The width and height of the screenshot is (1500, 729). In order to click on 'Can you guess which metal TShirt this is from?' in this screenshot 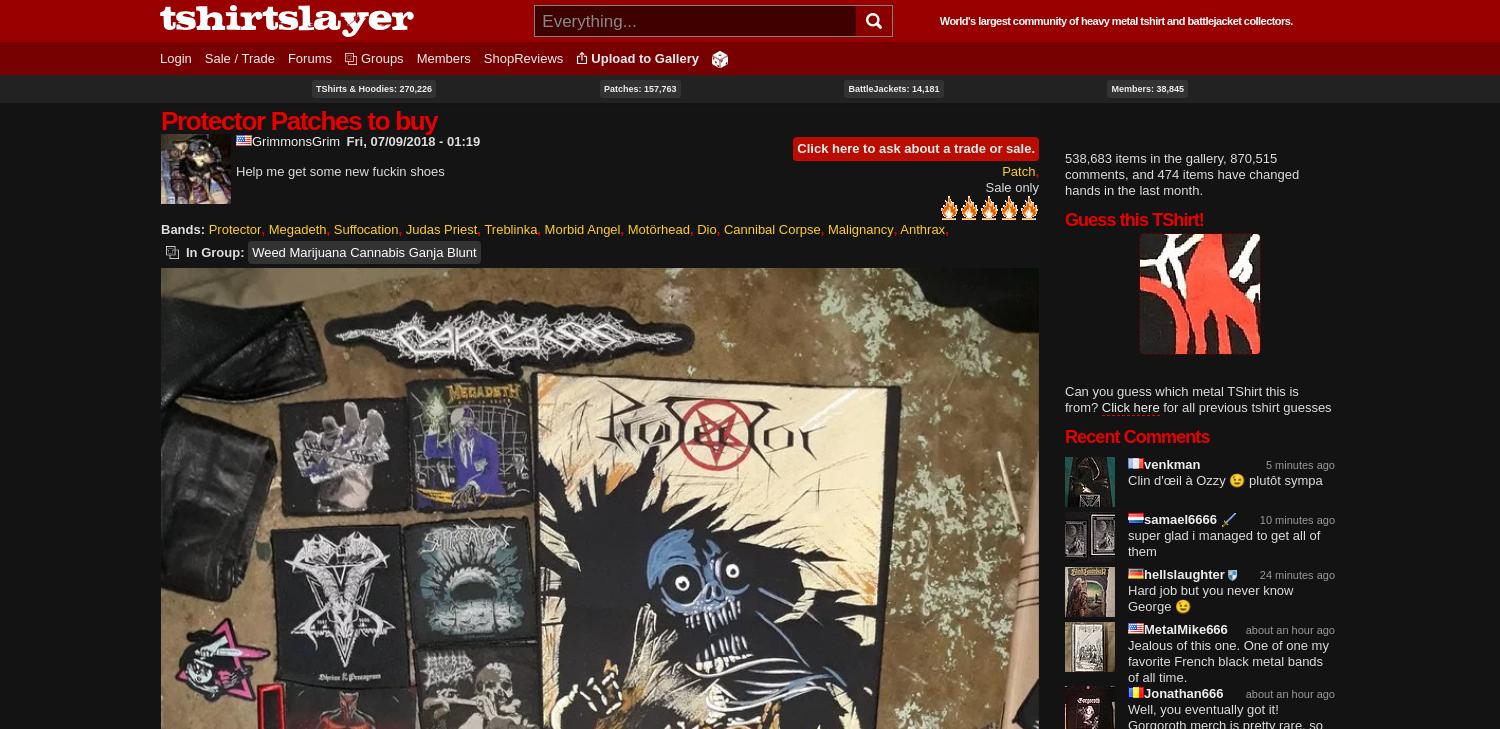, I will do `click(1181, 399)`.